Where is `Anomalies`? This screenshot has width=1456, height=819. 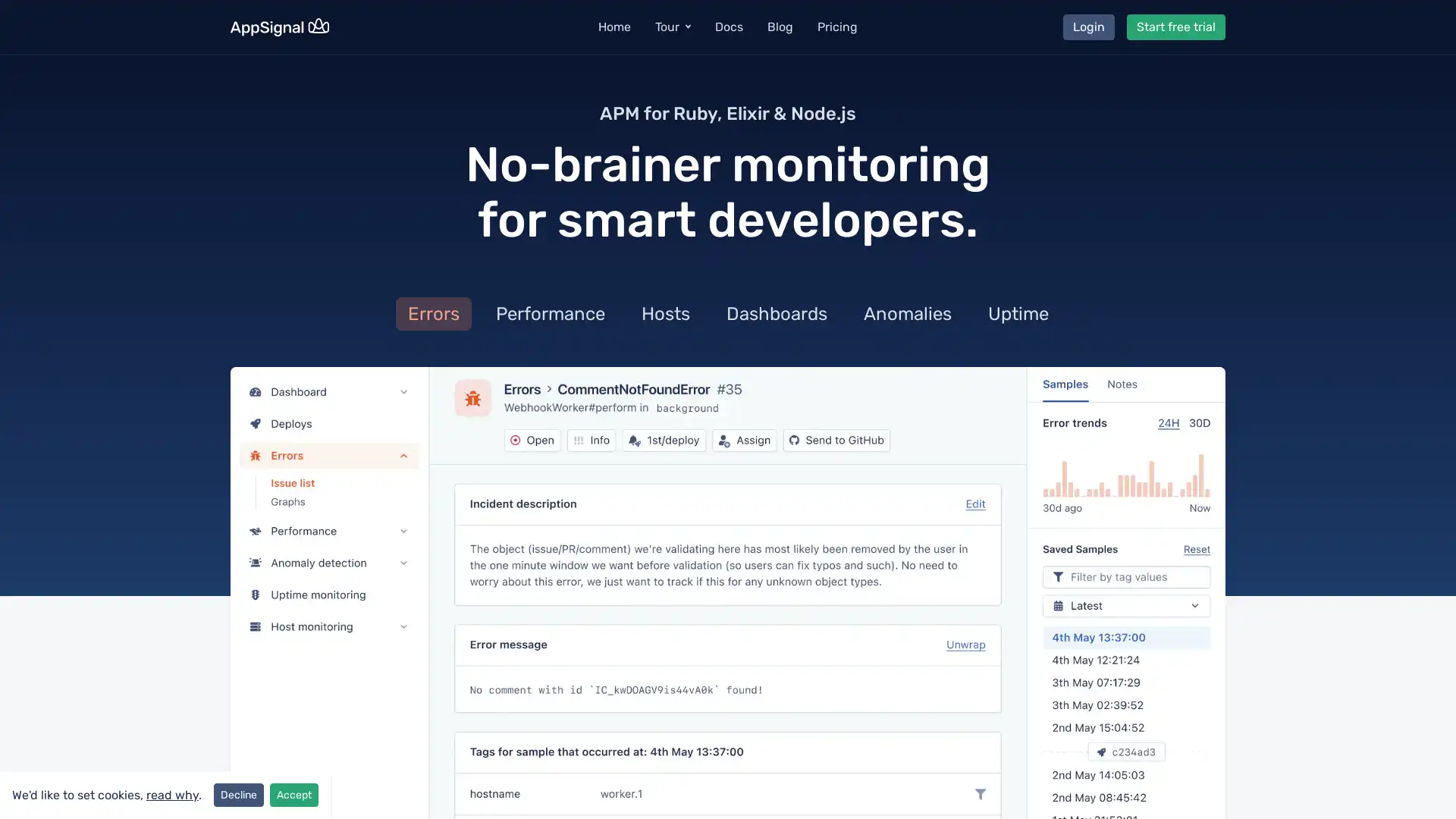
Anomalies is located at coordinates (906, 312).